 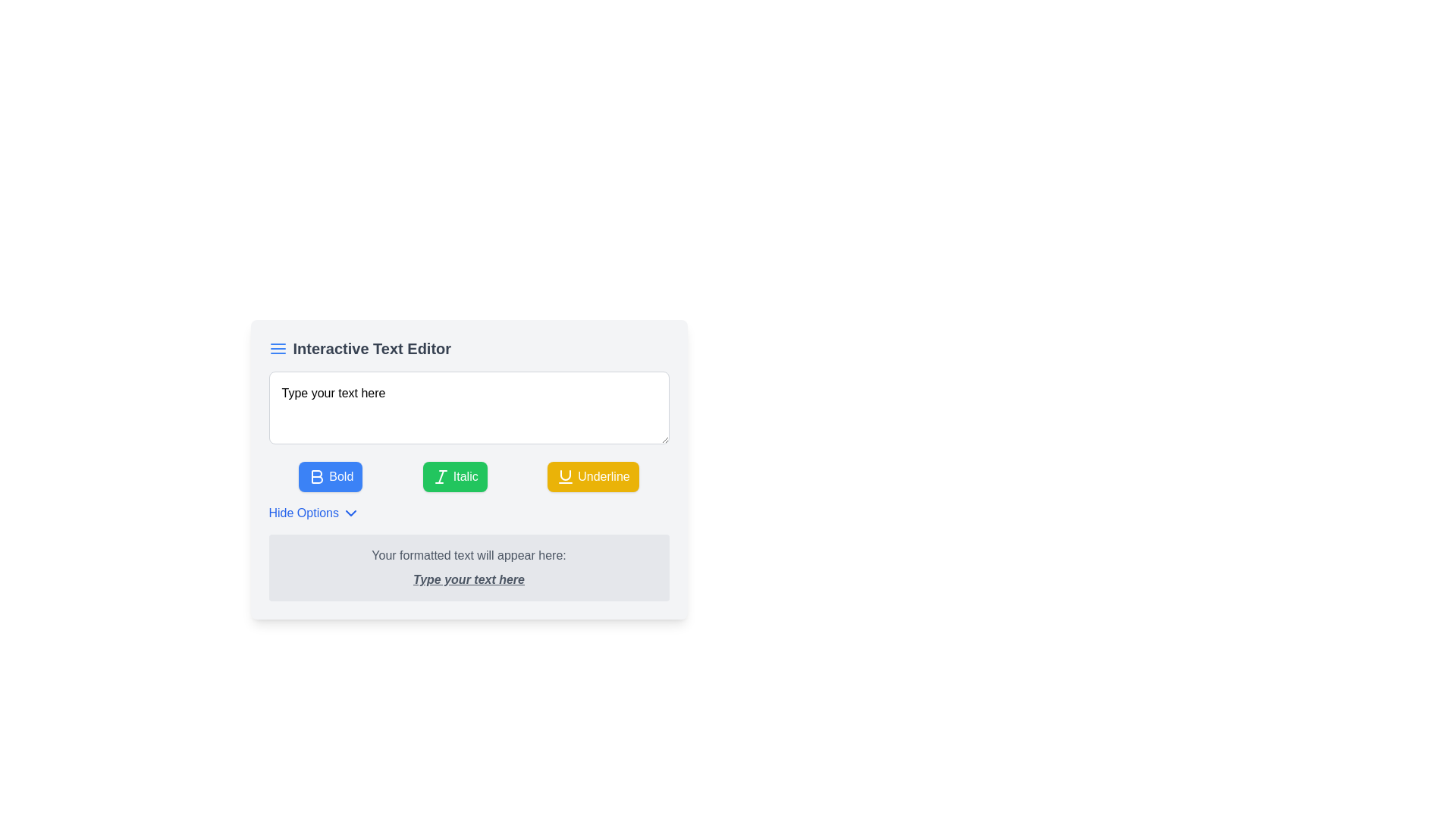 I want to click on the italic formatting button, which is centrally located between the 'Bold' button and the 'Underline' button in the text editor's styling options, so click(x=468, y=469).